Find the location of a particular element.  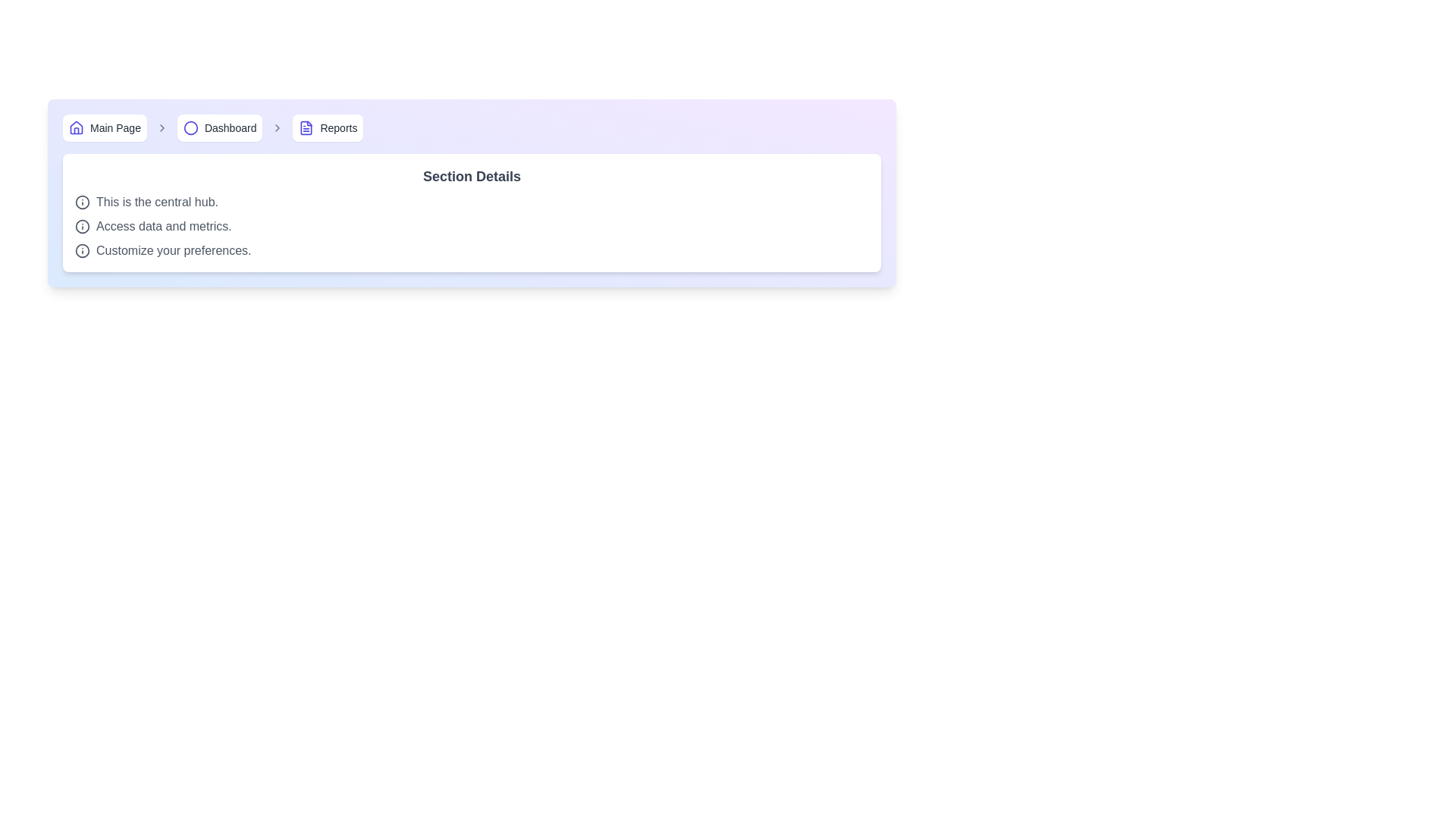

the 'Dashboard' button is located at coordinates (219, 127).